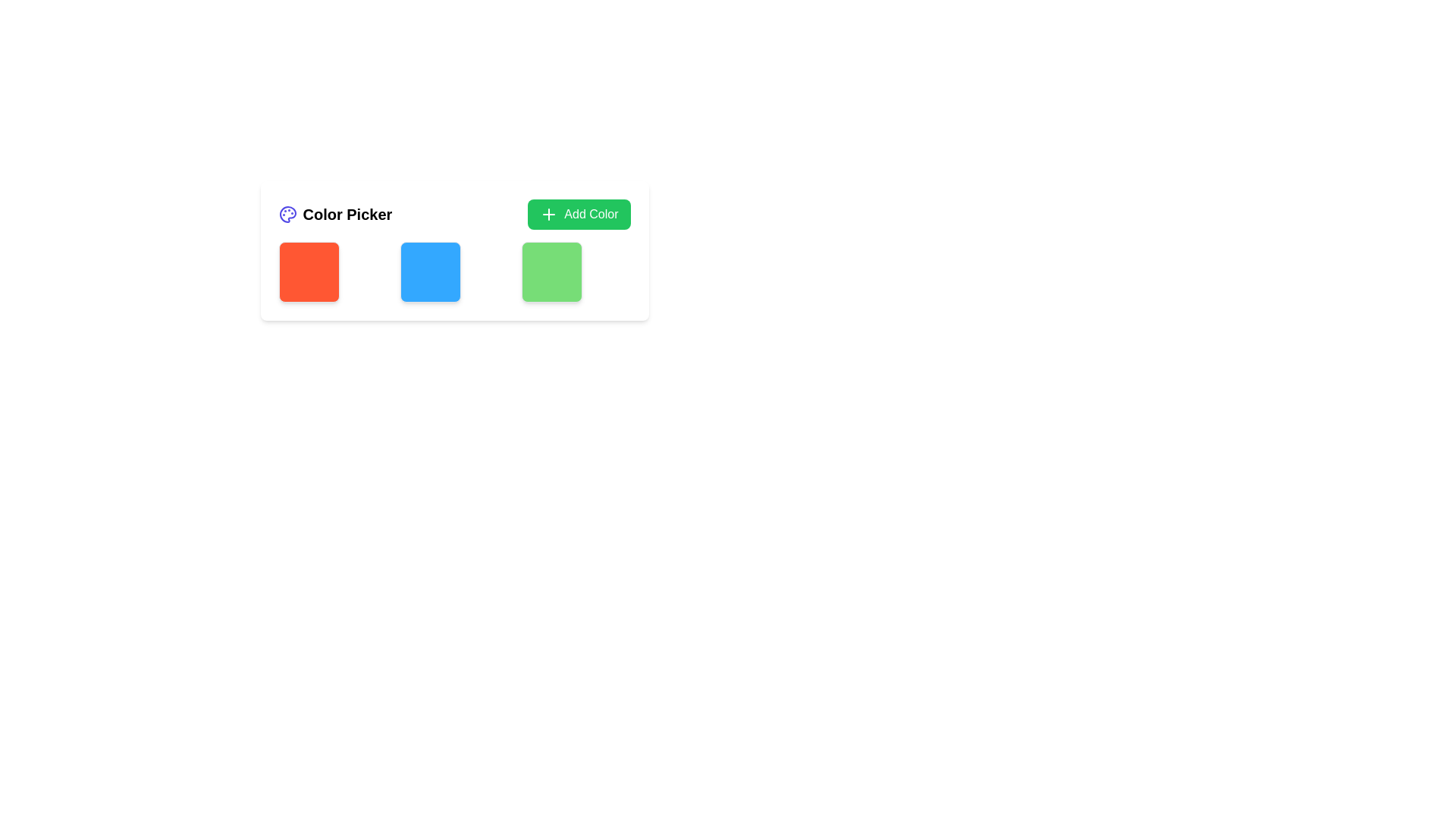  Describe the element at coordinates (578, 214) in the screenshot. I see `the green 'Add Color' button with white text and a plus icon to observe its hover effect` at that location.